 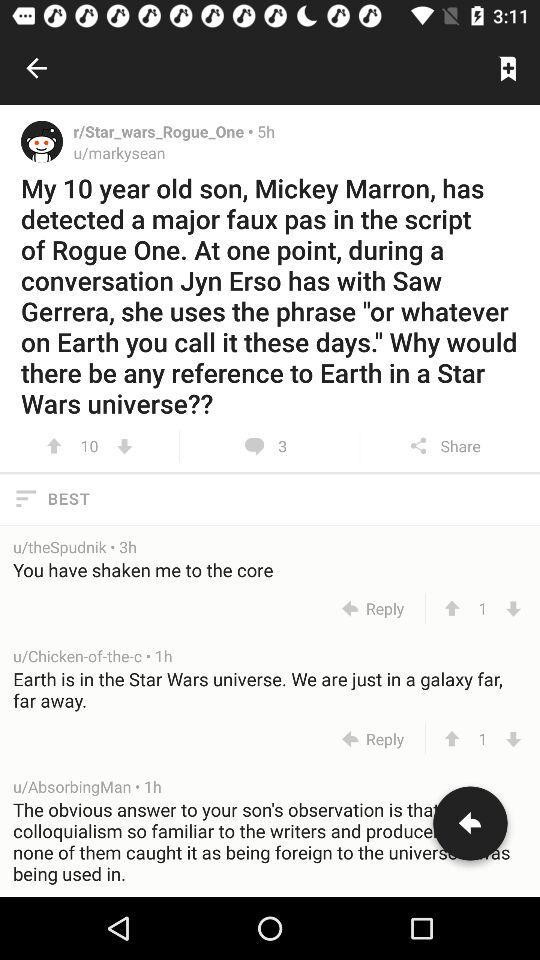 What do you see at coordinates (513, 607) in the screenshot?
I see `votes the comment down` at bounding box center [513, 607].